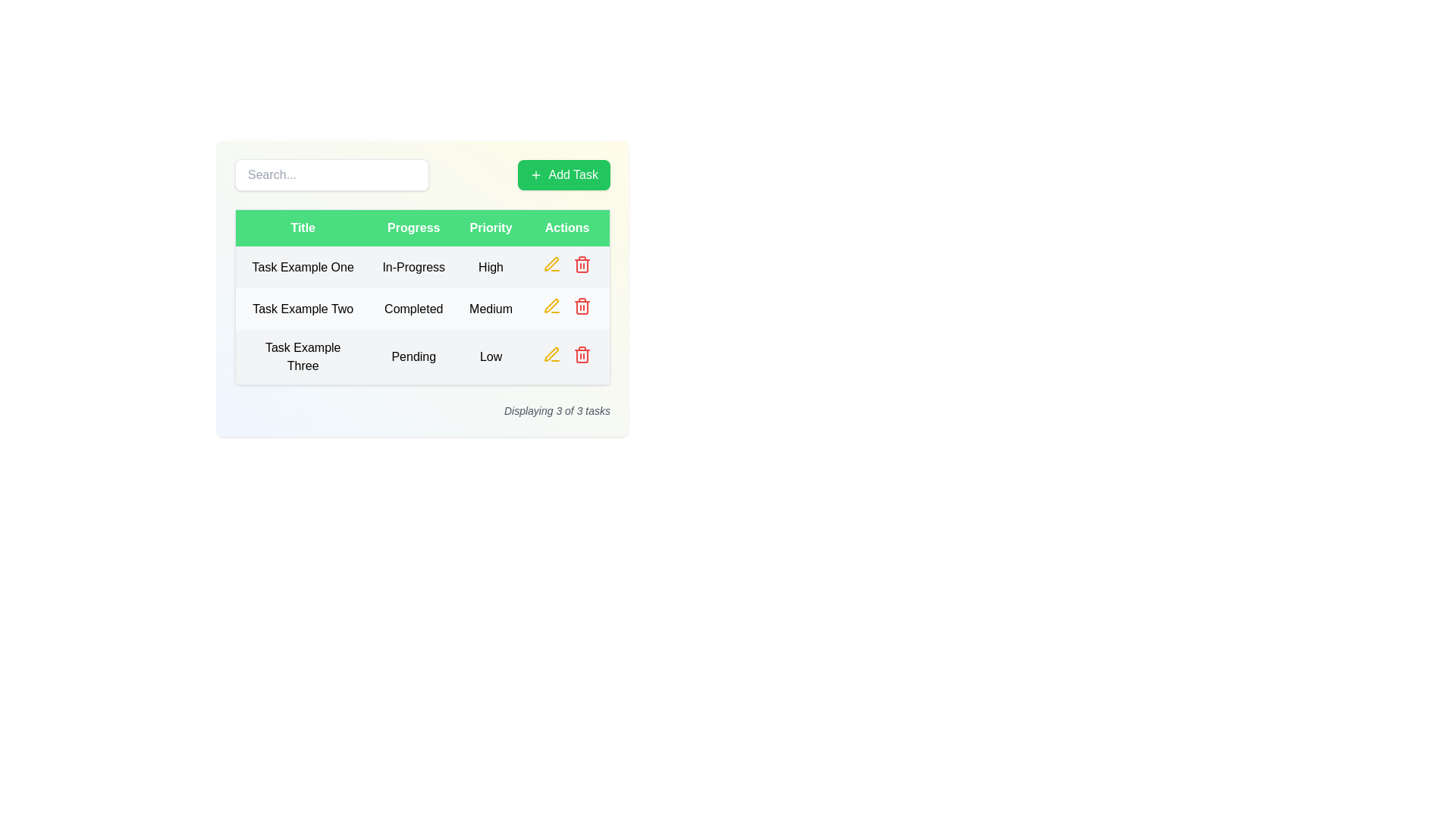 Image resolution: width=1456 pixels, height=819 pixels. I want to click on the 'Progress' table header cell, which is the second column header in a table layout, located near the top of the interface, so click(413, 227).